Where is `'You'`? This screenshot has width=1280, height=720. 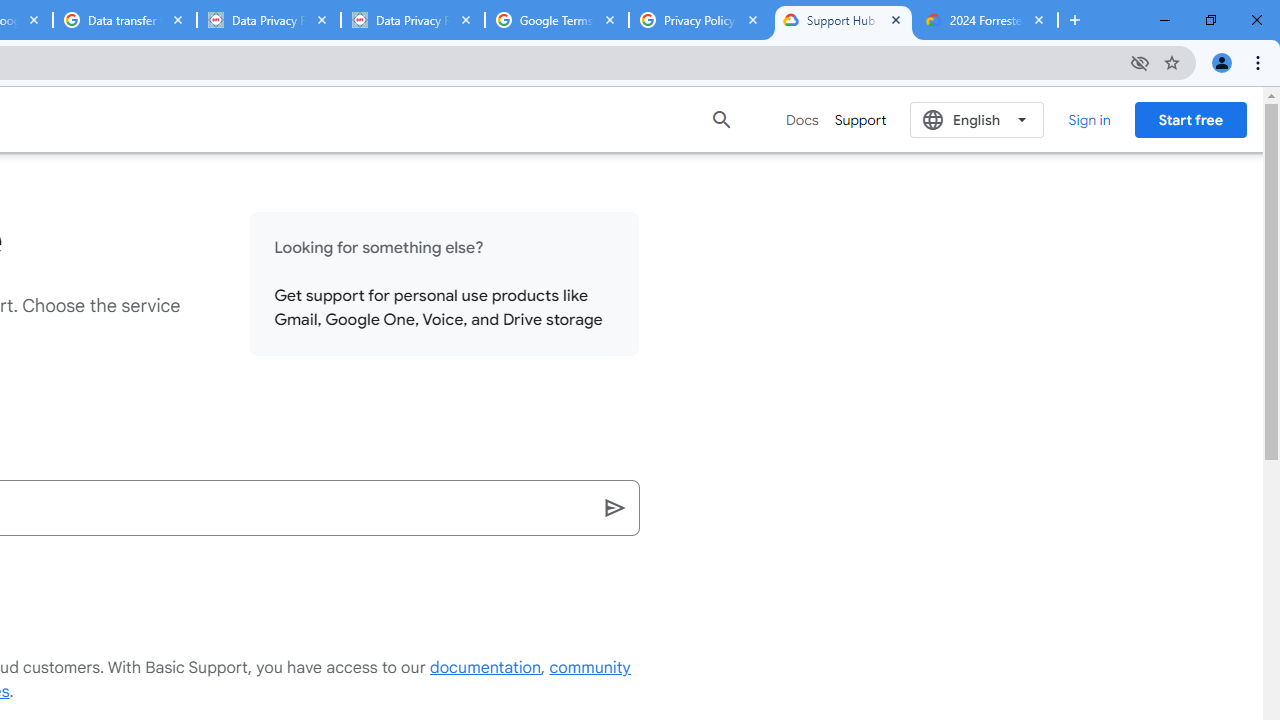
'You' is located at coordinates (1220, 61).